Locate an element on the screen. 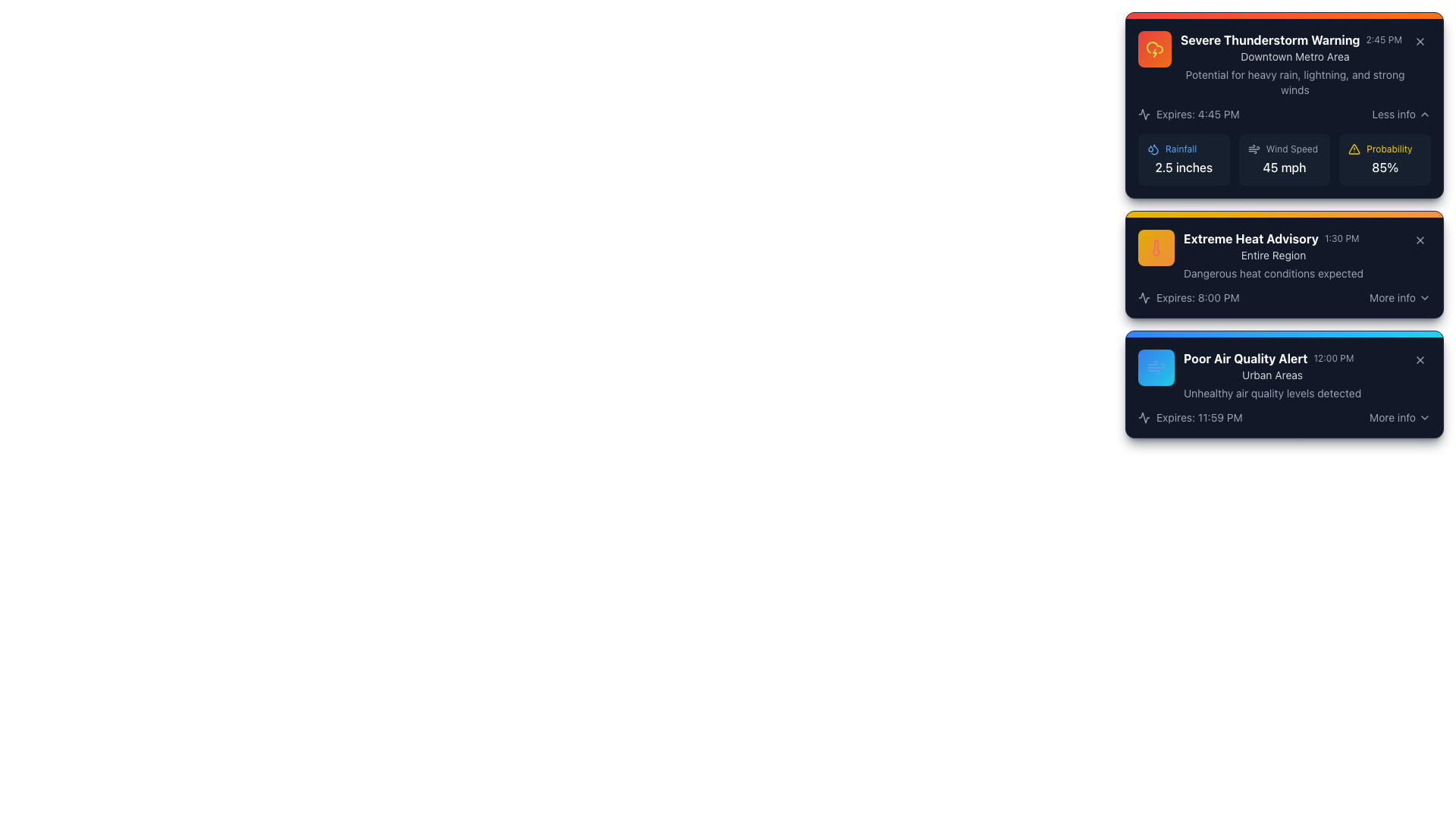 The image size is (1456, 819). the close button located at the top right corner of the alert card for 'Severe Thunderstorm Warning' is located at coordinates (1419, 40).